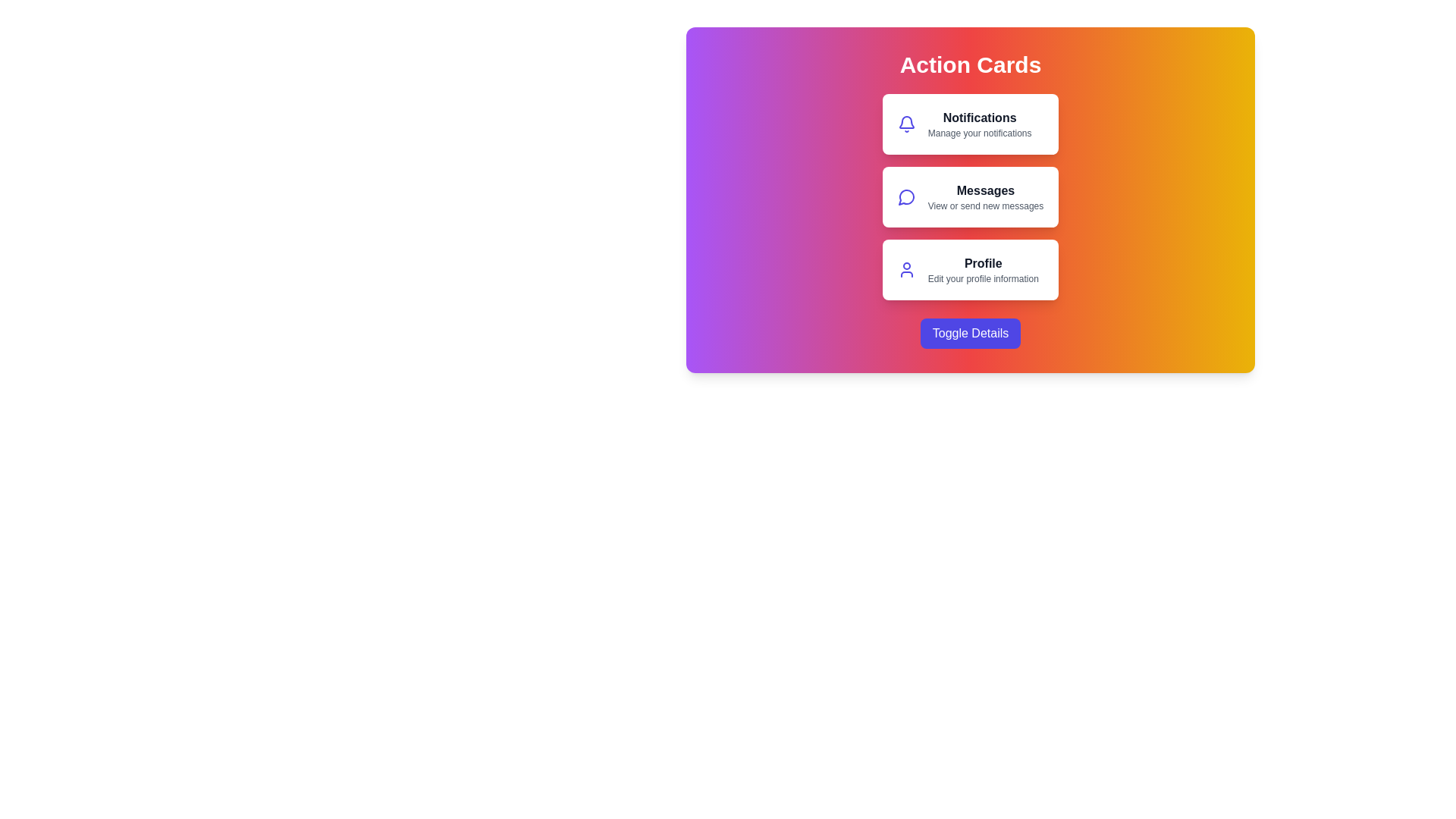 The width and height of the screenshot is (1456, 819). What do you see at coordinates (986, 190) in the screenshot?
I see `the 'Messages' text label, which is styled in bold dark gray and located in the second card of the interface, positioned between 'Notifications' and 'Profile'` at bounding box center [986, 190].